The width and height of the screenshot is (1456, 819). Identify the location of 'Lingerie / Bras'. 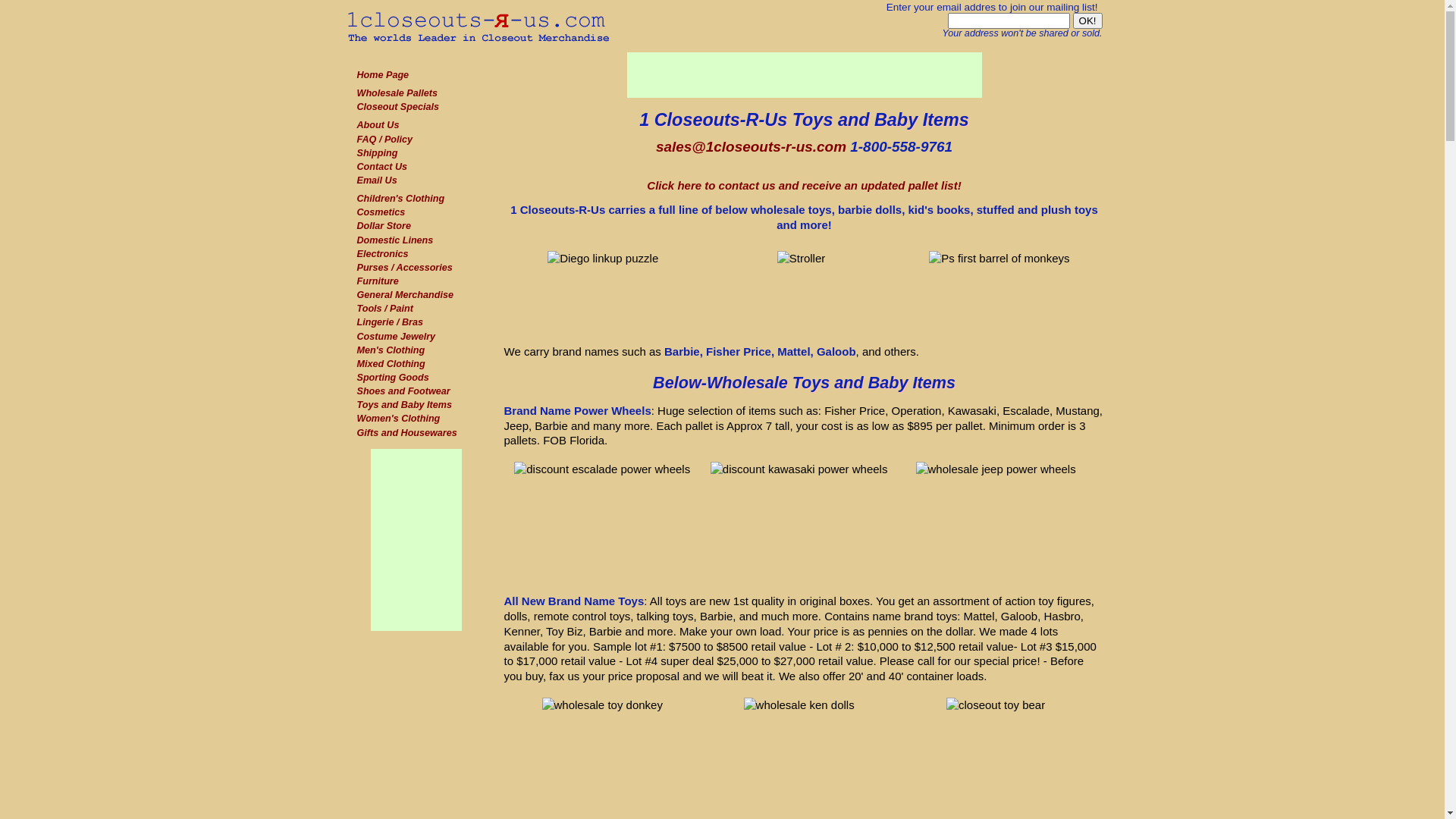
(389, 321).